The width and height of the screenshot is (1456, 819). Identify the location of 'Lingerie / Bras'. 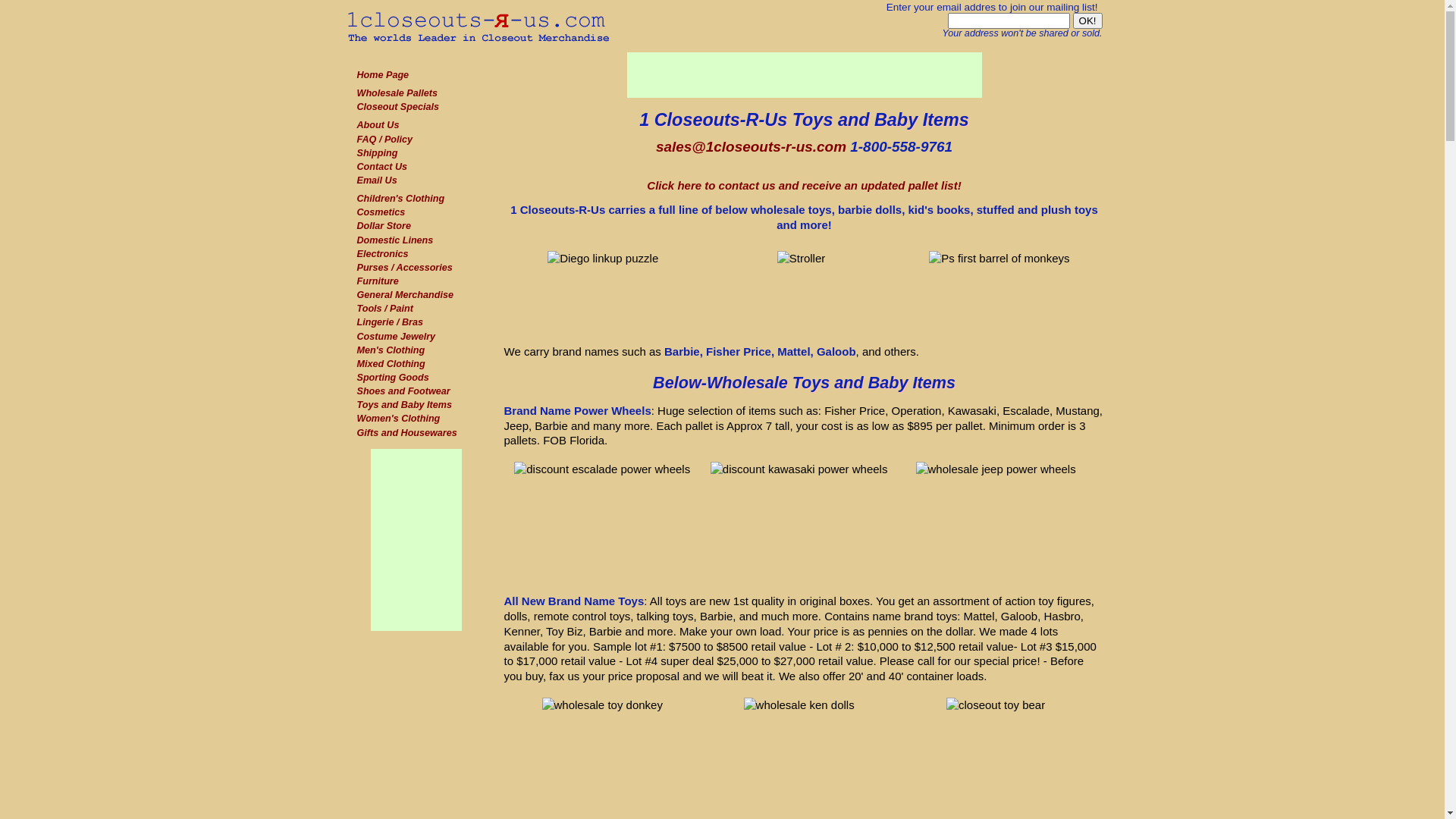
(389, 321).